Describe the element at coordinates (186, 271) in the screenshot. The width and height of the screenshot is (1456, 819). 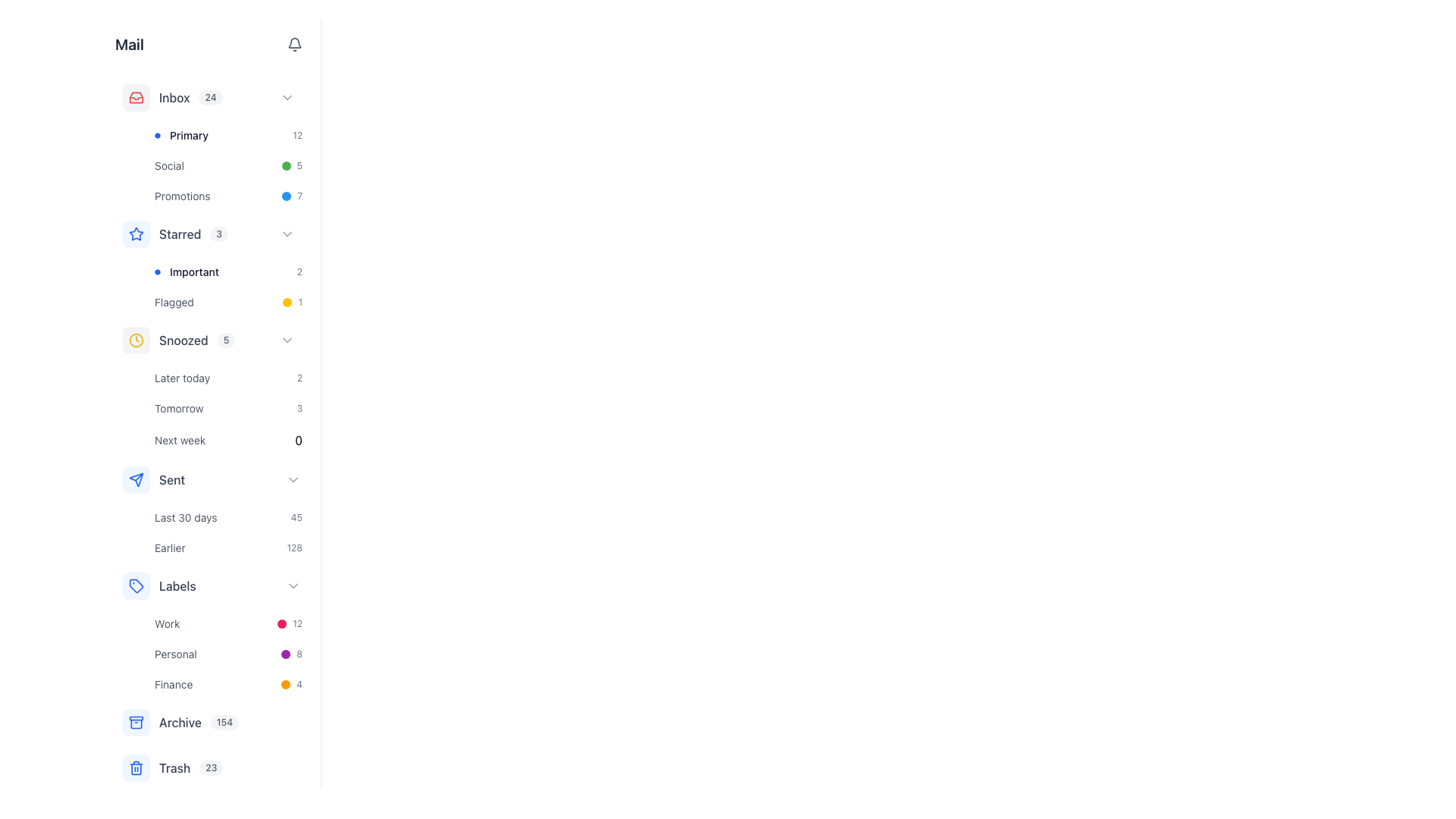
I see `the 'Important' label located in the left sidebar, directly under the 'Starred' section` at that location.